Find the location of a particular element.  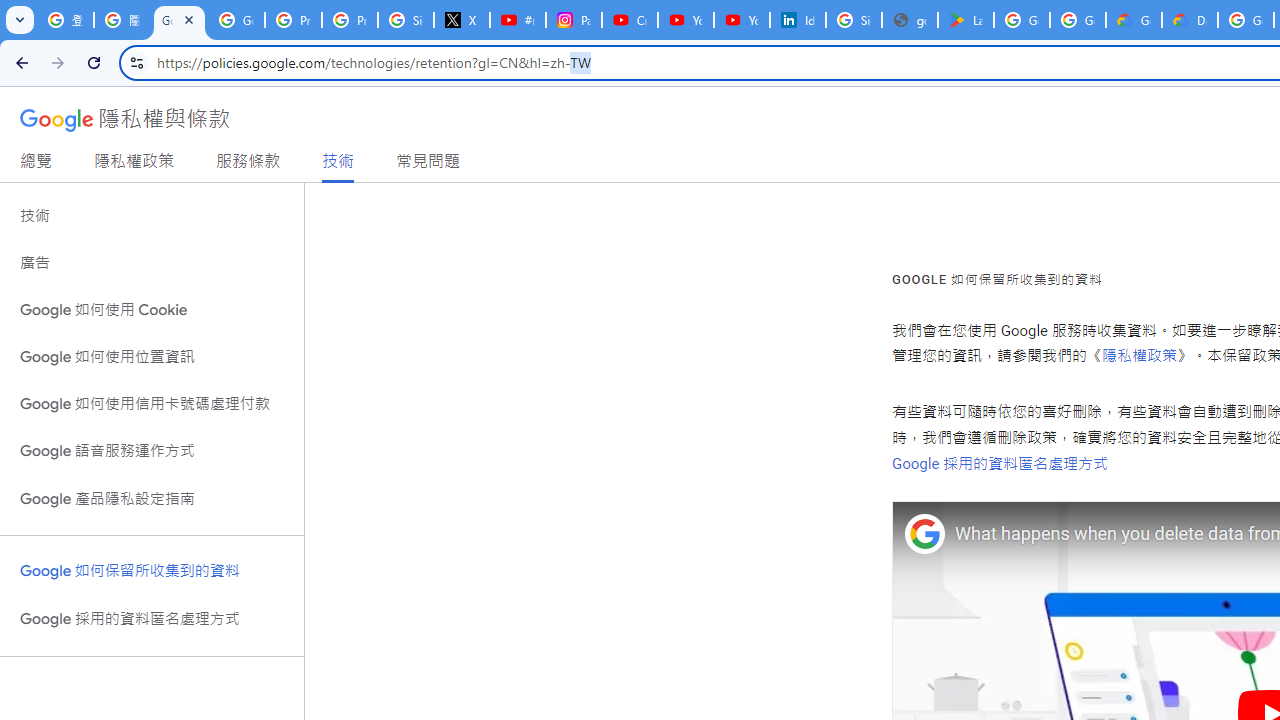

'YouTube Culture & Trends - YouTube Top 10, 2021' is located at coordinates (741, 20).